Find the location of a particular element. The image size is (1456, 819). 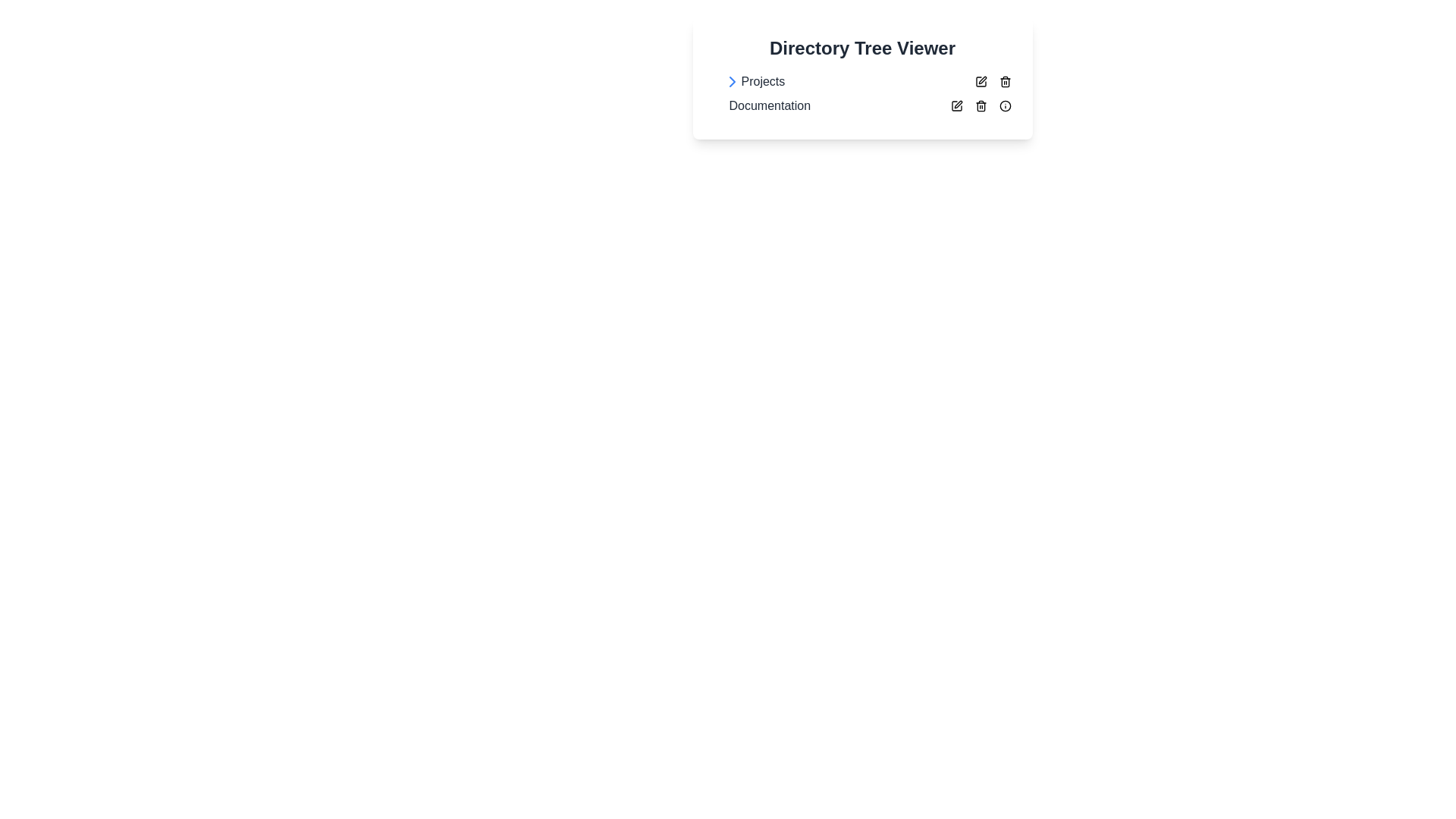

the interactive icon located in the upper right corner of the 'Directory Tree Viewer' application card is located at coordinates (982, 80).